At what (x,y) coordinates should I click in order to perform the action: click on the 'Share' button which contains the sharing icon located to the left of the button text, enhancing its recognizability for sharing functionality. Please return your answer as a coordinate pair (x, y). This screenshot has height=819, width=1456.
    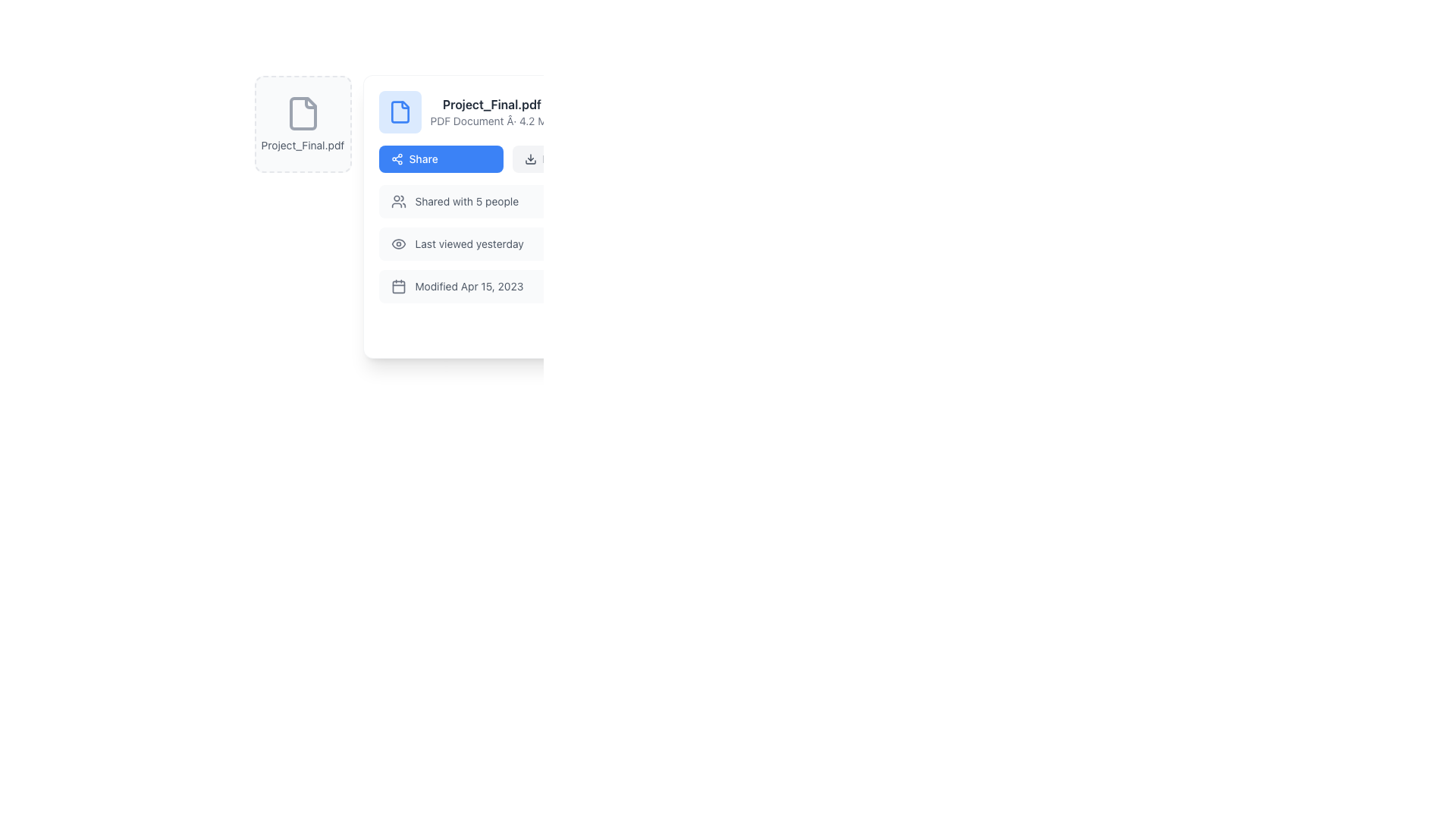
    Looking at the image, I should click on (397, 158).